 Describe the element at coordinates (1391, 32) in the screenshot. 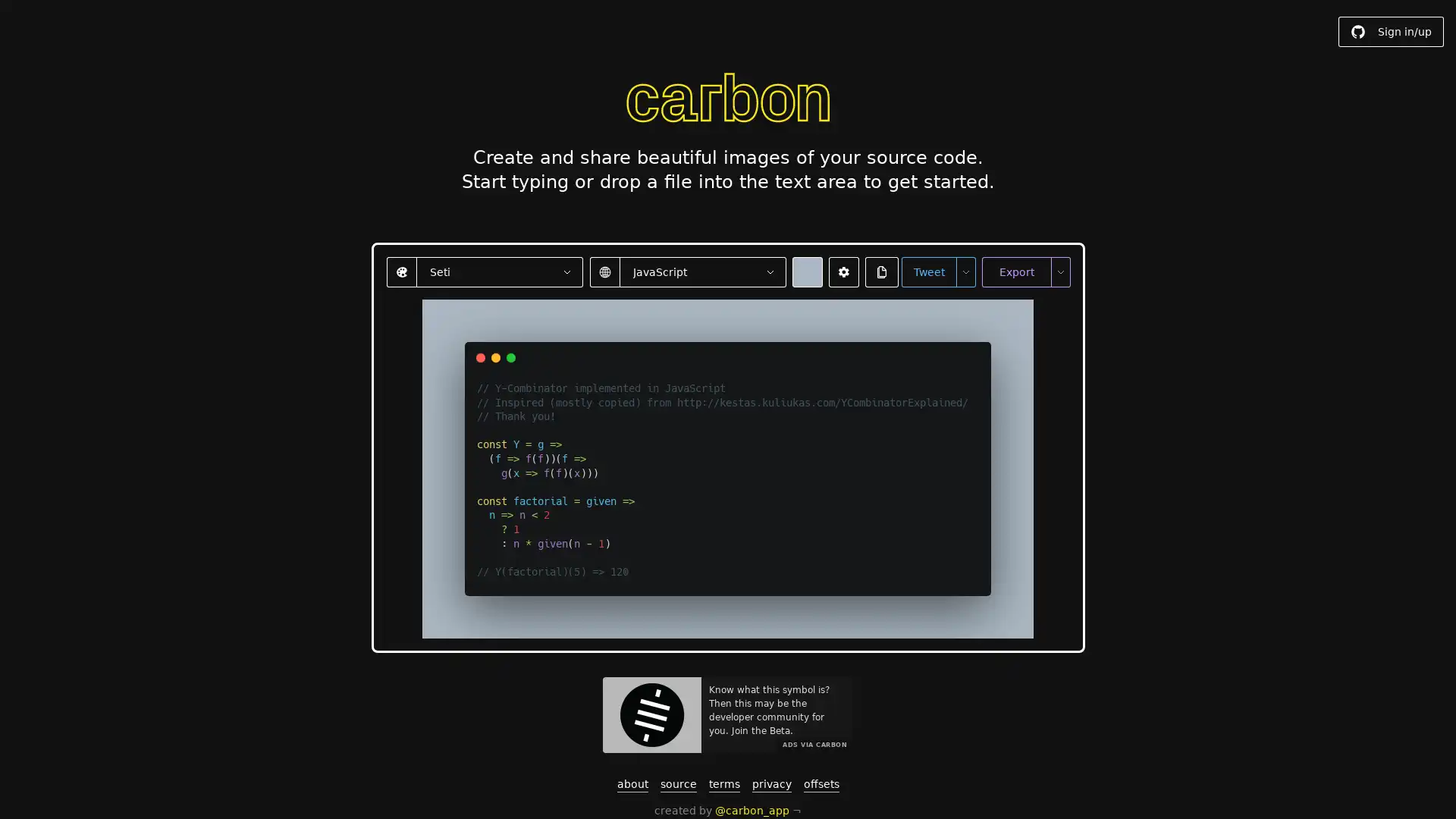

I see `GitHub Sign in/up` at that location.